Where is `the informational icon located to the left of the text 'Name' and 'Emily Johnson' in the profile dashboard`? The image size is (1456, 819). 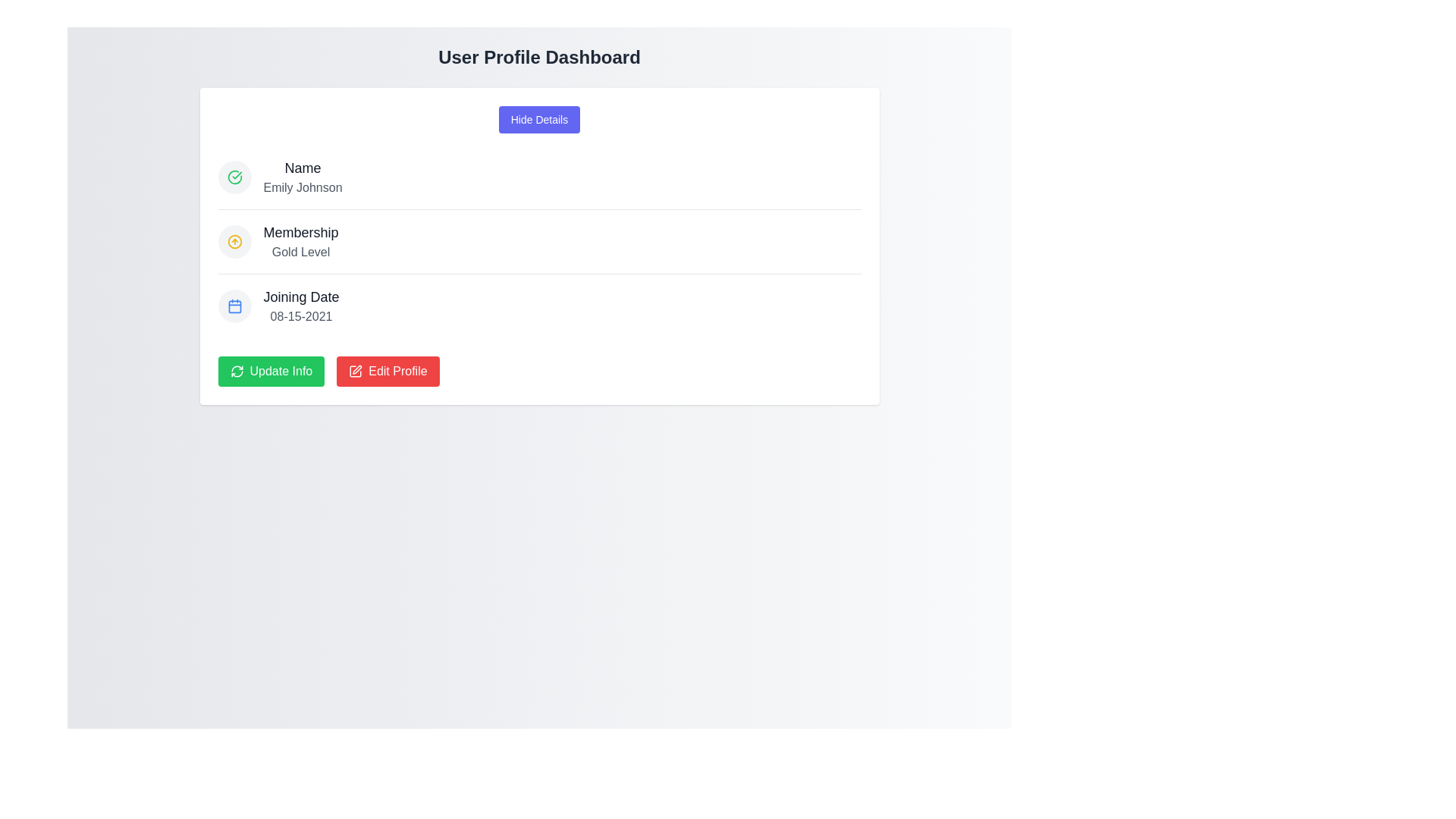 the informational icon located to the left of the text 'Name' and 'Emily Johnson' in the profile dashboard is located at coordinates (234, 177).